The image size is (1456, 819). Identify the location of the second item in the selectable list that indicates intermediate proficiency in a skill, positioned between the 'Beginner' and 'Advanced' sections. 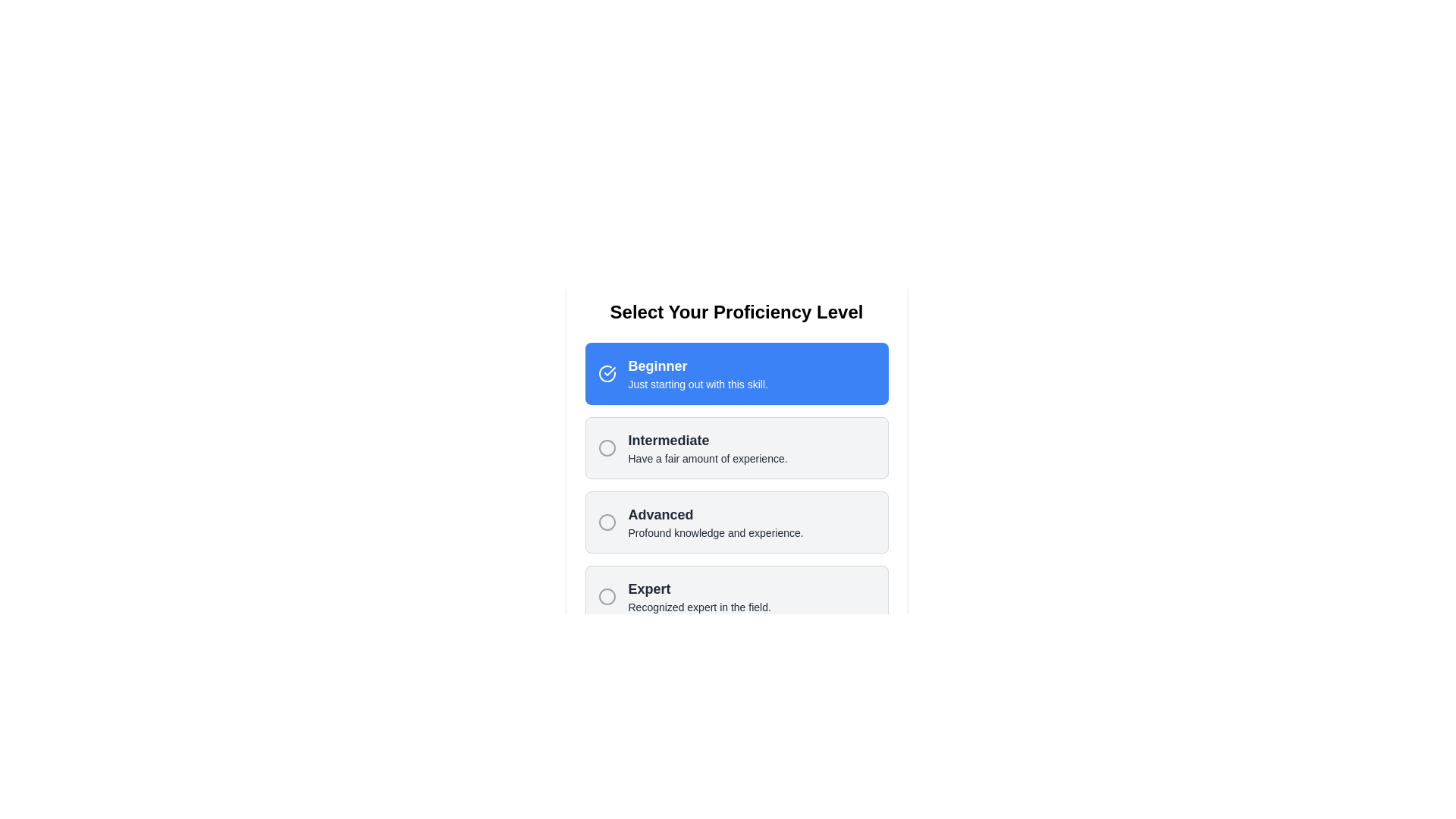
(736, 485).